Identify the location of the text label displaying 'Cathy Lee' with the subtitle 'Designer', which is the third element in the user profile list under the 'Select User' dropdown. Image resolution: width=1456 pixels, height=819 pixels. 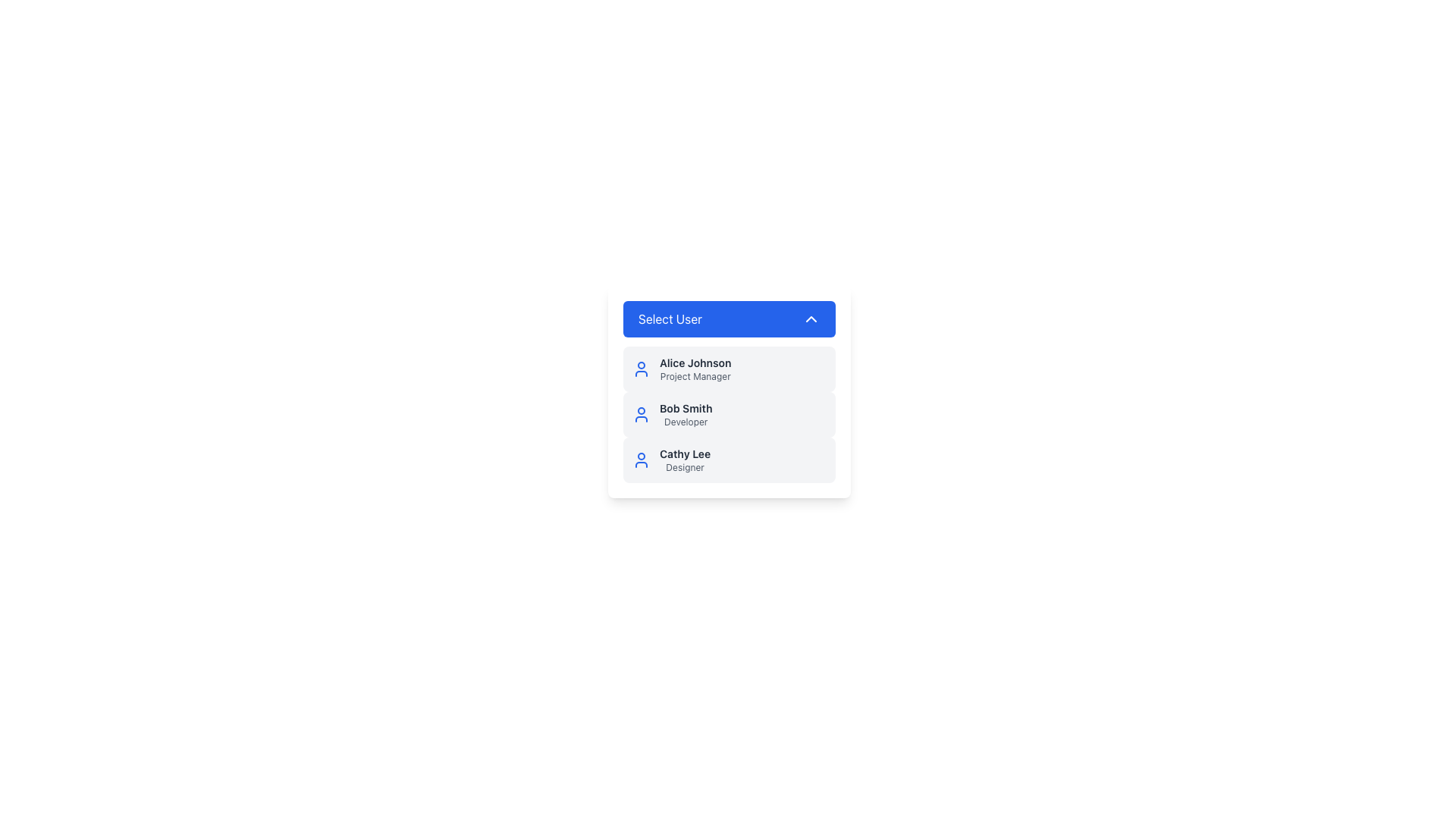
(684, 453).